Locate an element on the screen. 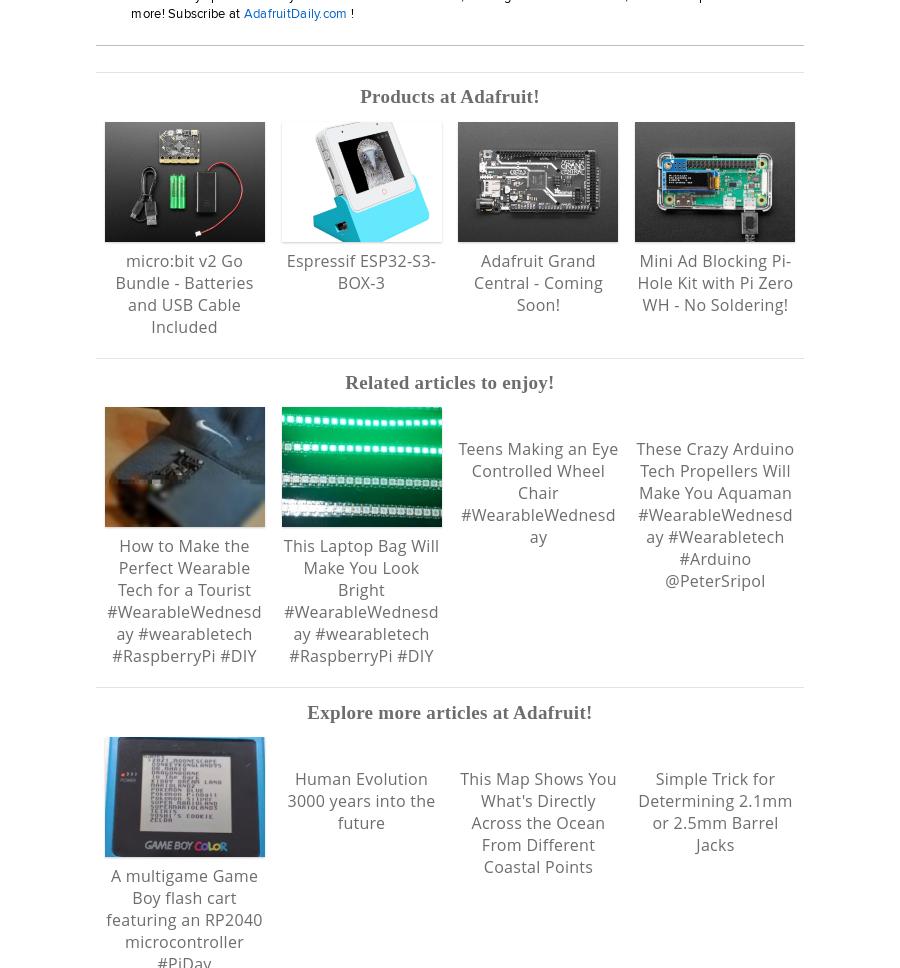 This screenshot has height=968, width=900. 'Simple Trick for Determining 2.1mm or 2.5mm Barrel Jacks' is located at coordinates (713, 832).